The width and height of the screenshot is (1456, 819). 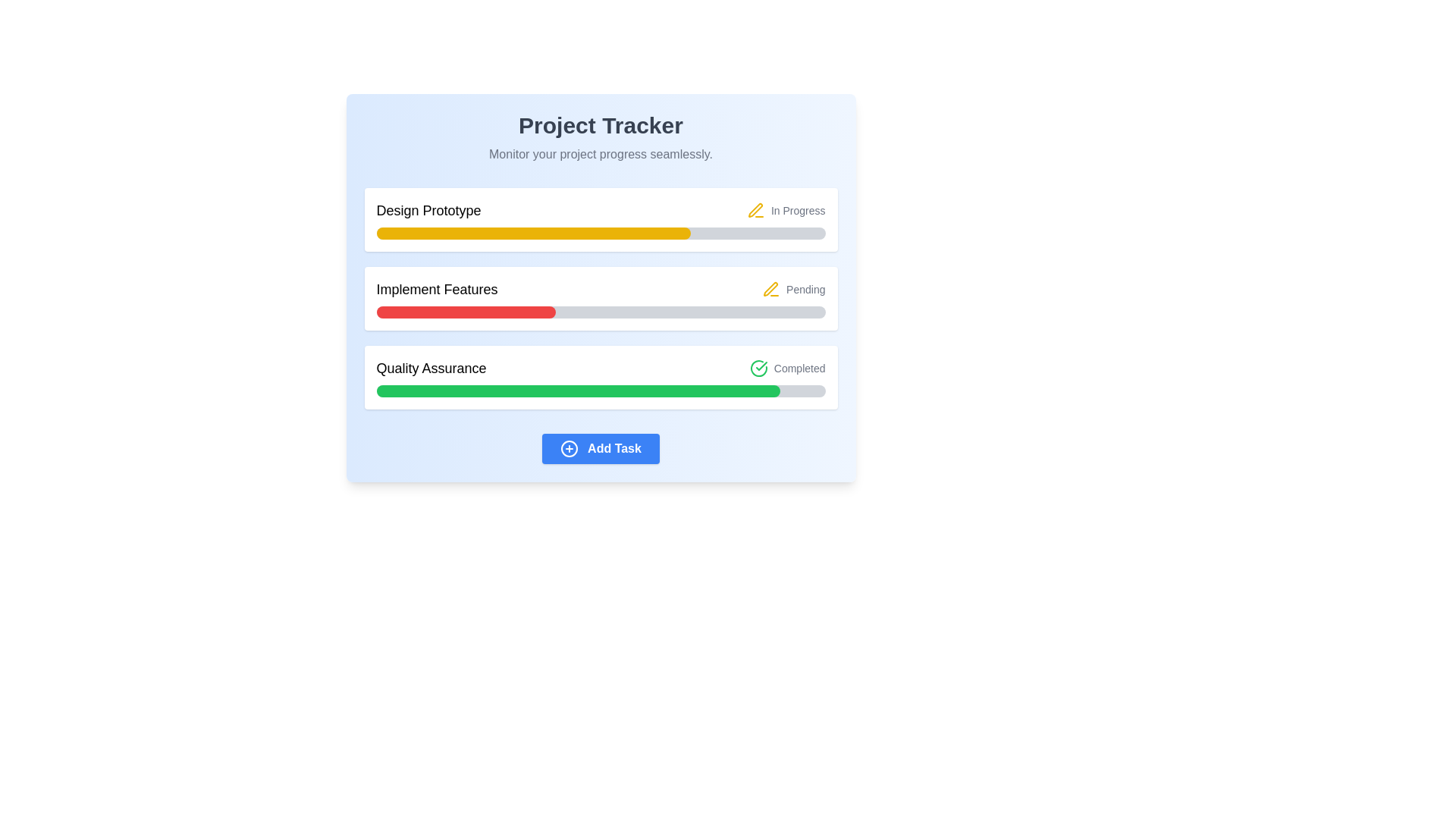 I want to click on text indicating the completion status of the 'Quality Assurance' task, which is positioned to the right of the checkmark icon within the 'Quality Assurance' section of the project tracker, so click(x=799, y=369).